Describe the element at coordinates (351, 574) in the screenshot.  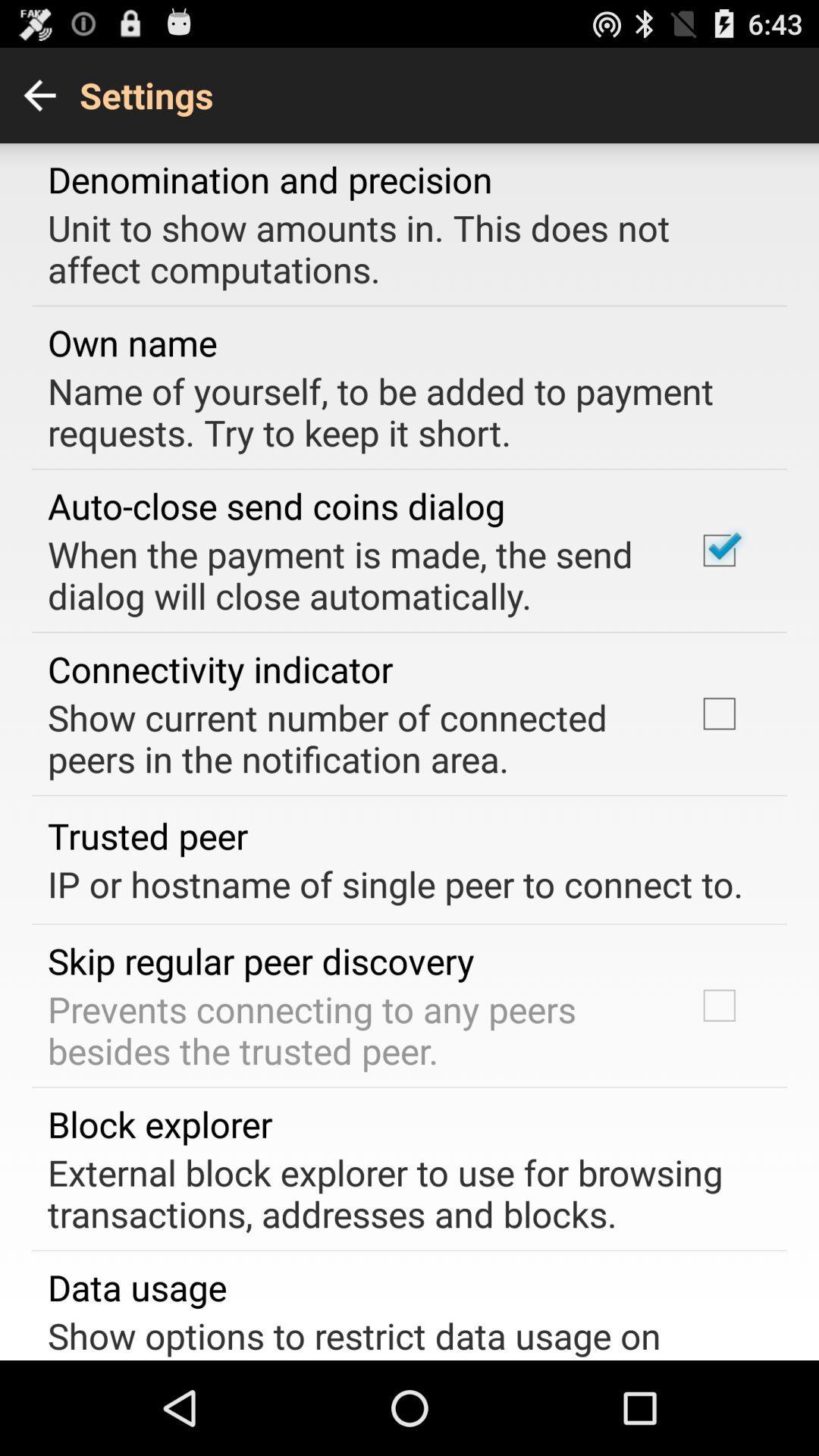
I see `the when the payment` at that location.